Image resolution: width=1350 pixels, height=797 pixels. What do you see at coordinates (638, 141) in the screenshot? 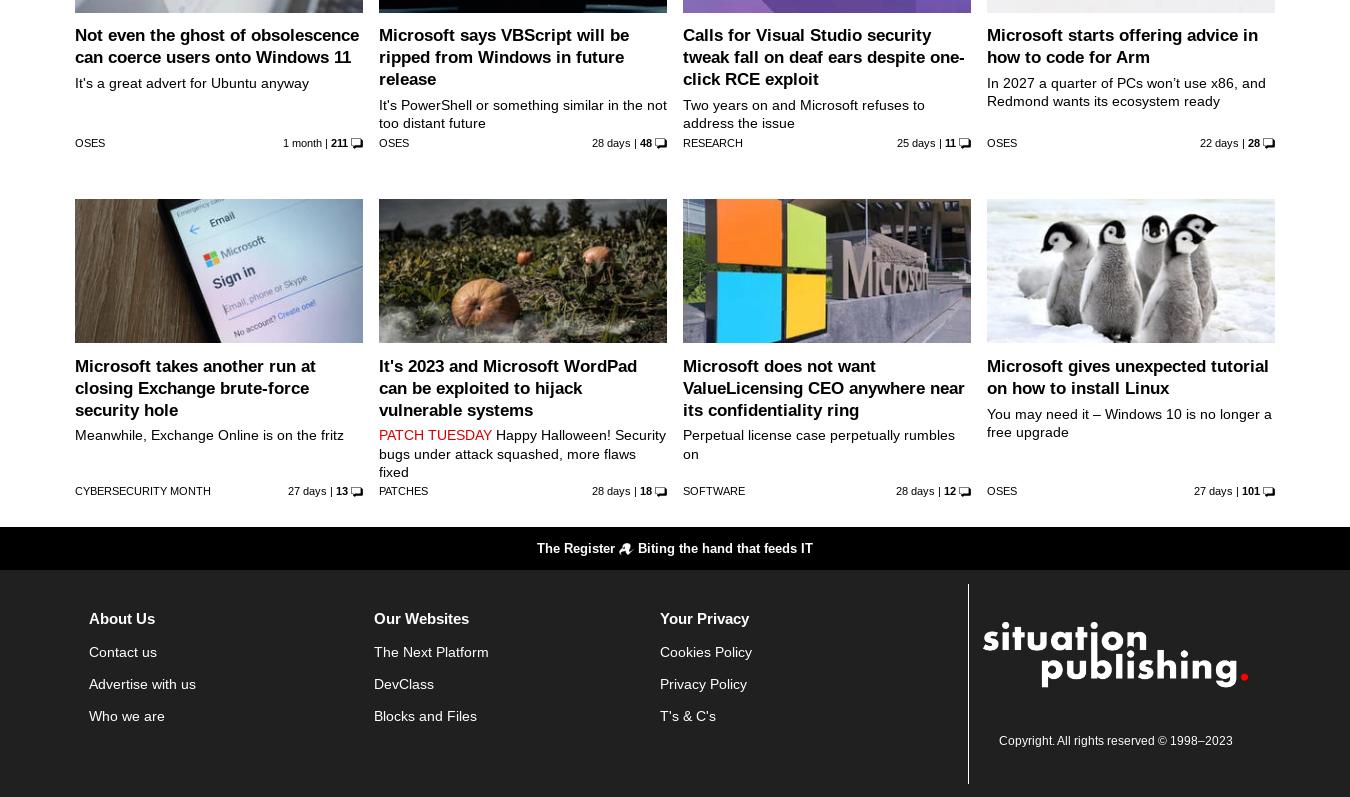
I see `'48'` at bounding box center [638, 141].